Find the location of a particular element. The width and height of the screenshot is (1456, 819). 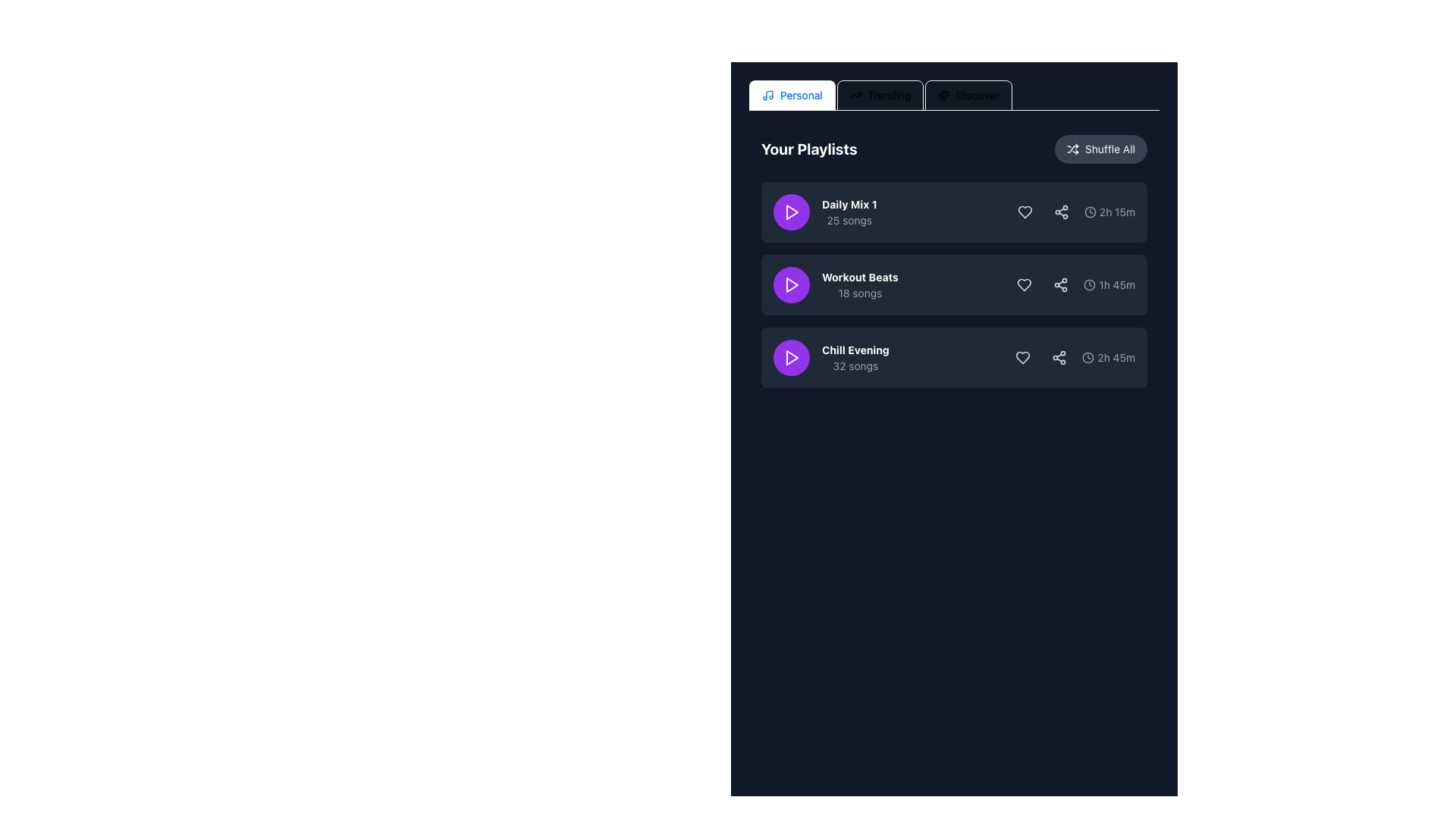

the heart-shaped icon to the right of the playlist titled 'Daily Mix 1' is located at coordinates (1025, 212).